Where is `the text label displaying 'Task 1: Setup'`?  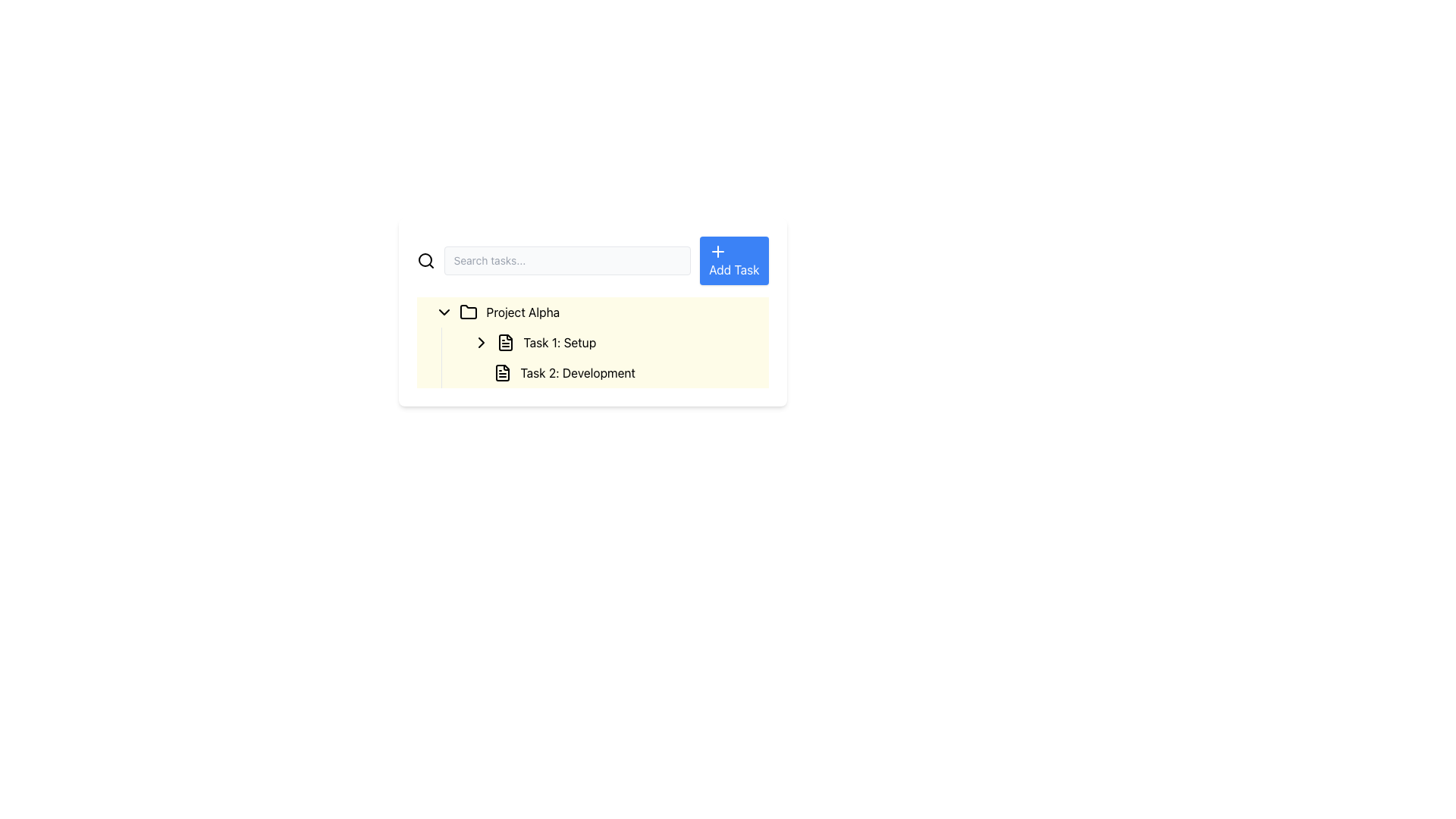
the text label displaying 'Task 1: Setup' is located at coordinates (559, 342).